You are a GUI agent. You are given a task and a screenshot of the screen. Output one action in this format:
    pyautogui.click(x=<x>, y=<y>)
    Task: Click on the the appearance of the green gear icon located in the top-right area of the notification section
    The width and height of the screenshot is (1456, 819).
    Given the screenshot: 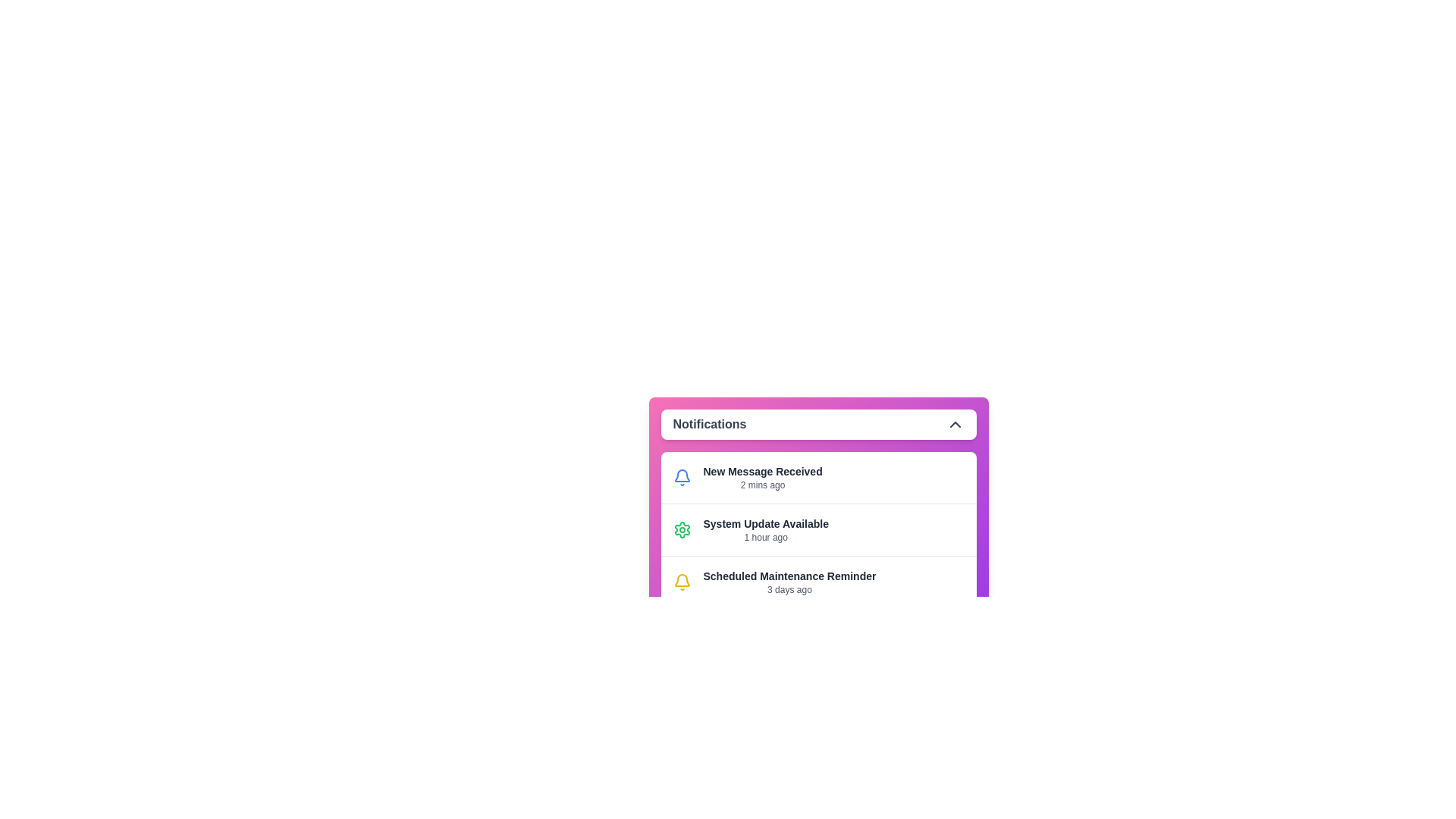 What is the action you would take?
    pyautogui.click(x=681, y=529)
    